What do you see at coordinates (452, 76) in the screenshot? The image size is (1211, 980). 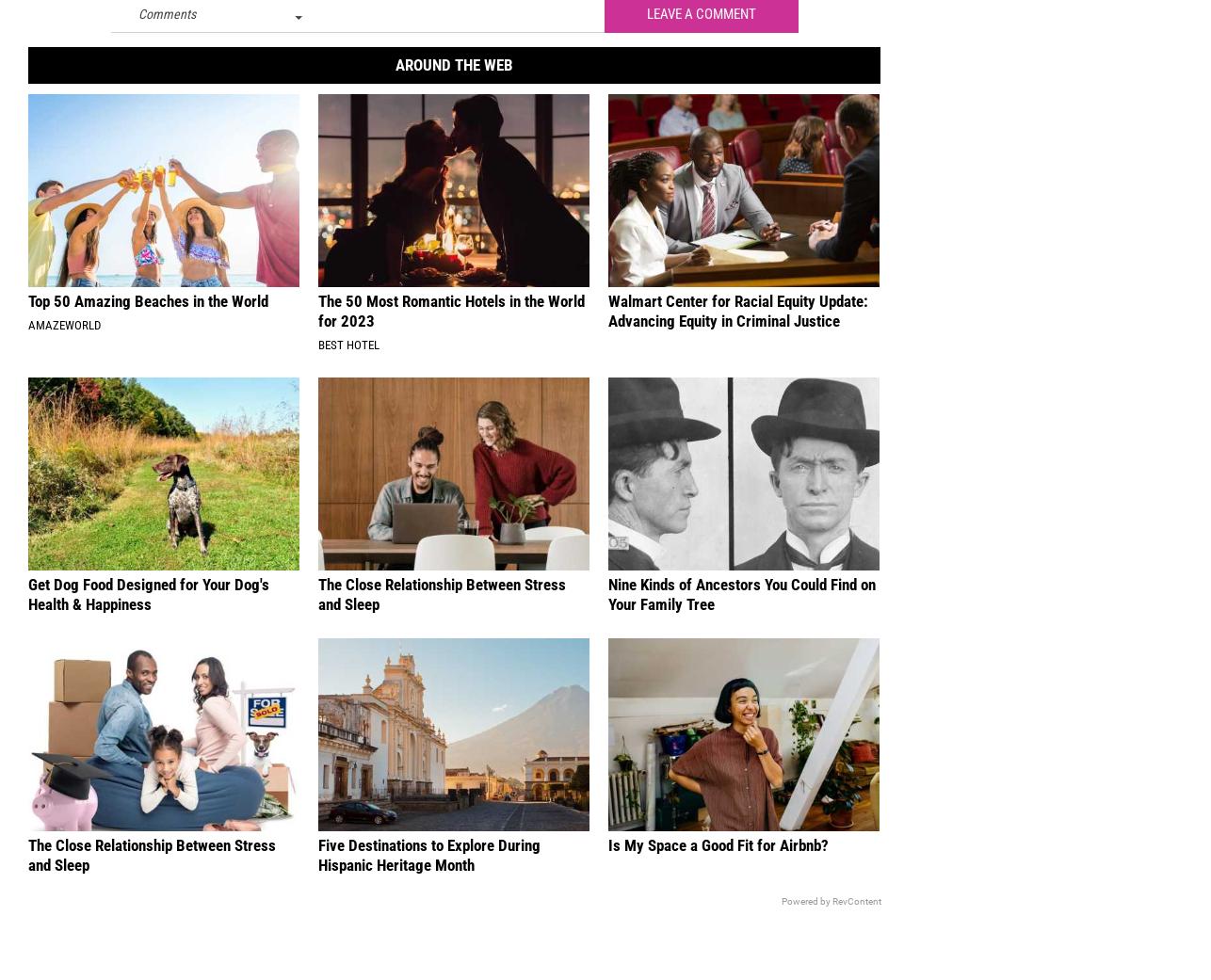 I see `'Around The Web'` at bounding box center [452, 76].